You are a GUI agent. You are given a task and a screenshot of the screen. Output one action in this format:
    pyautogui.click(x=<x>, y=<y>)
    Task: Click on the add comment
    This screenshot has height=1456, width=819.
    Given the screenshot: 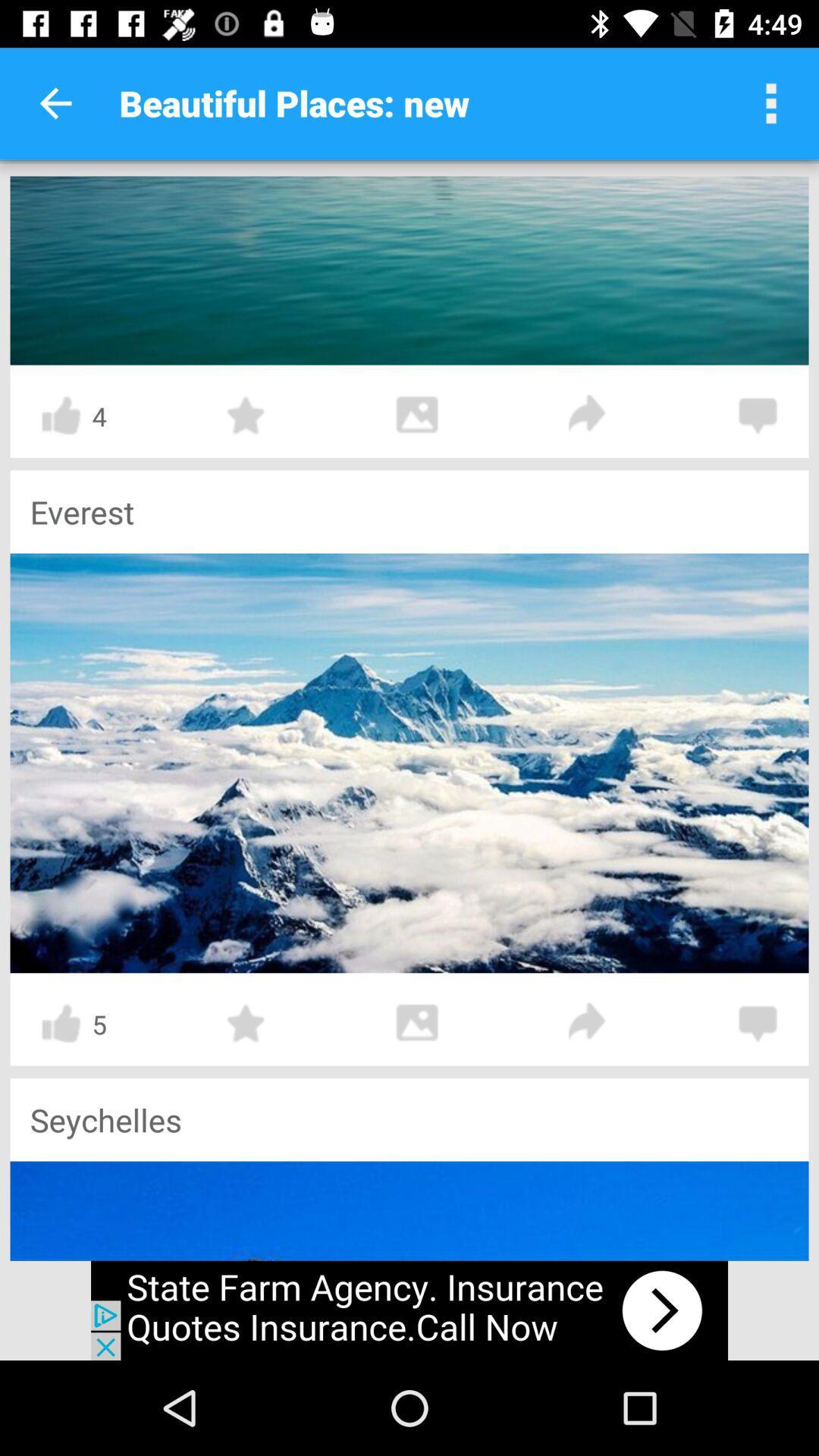 What is the action you would take?
    pyautogui.click(x=758, y=416)
    